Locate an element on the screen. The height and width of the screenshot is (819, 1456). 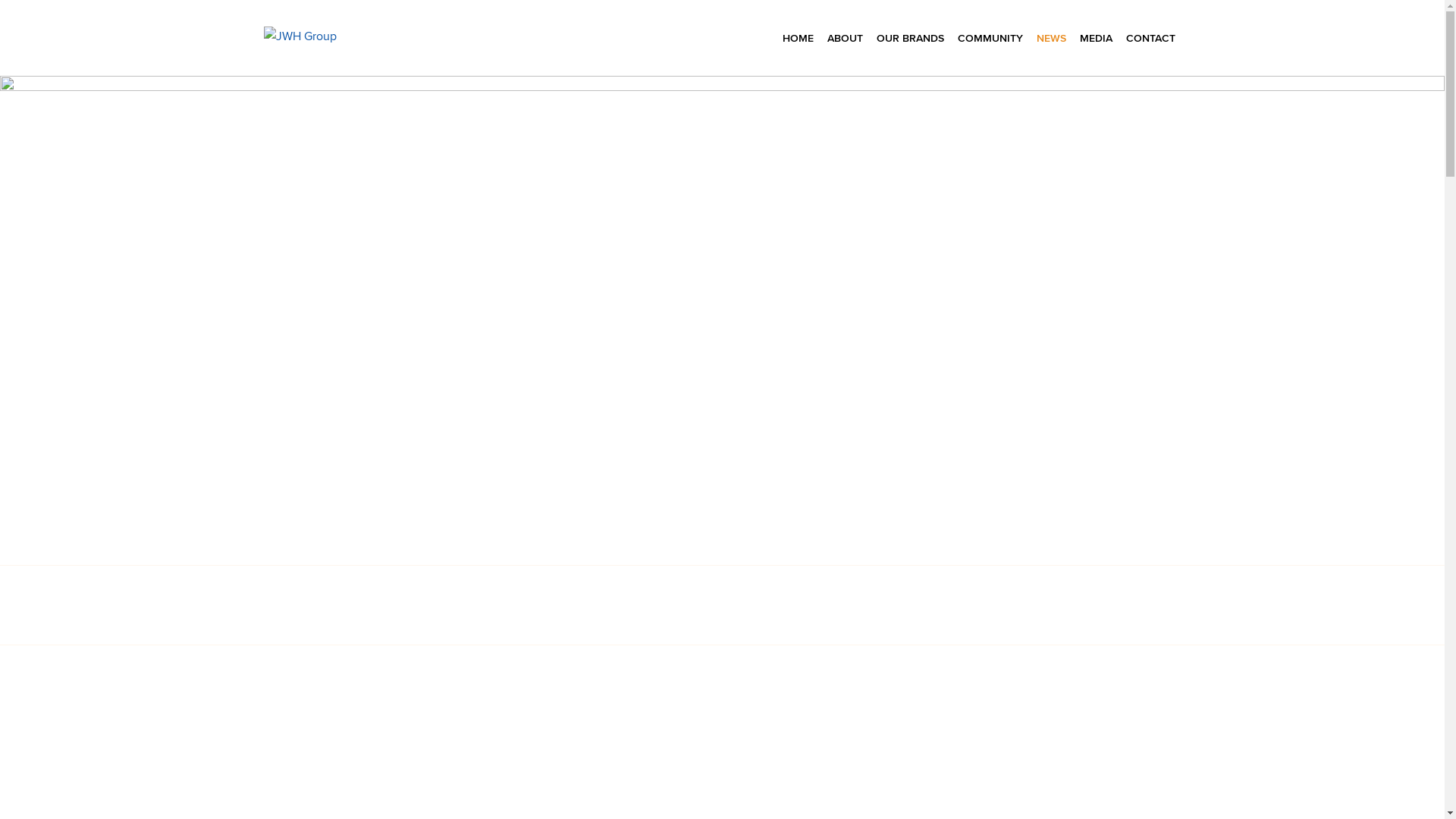
'HOME' is located at coordinates (797, 37).